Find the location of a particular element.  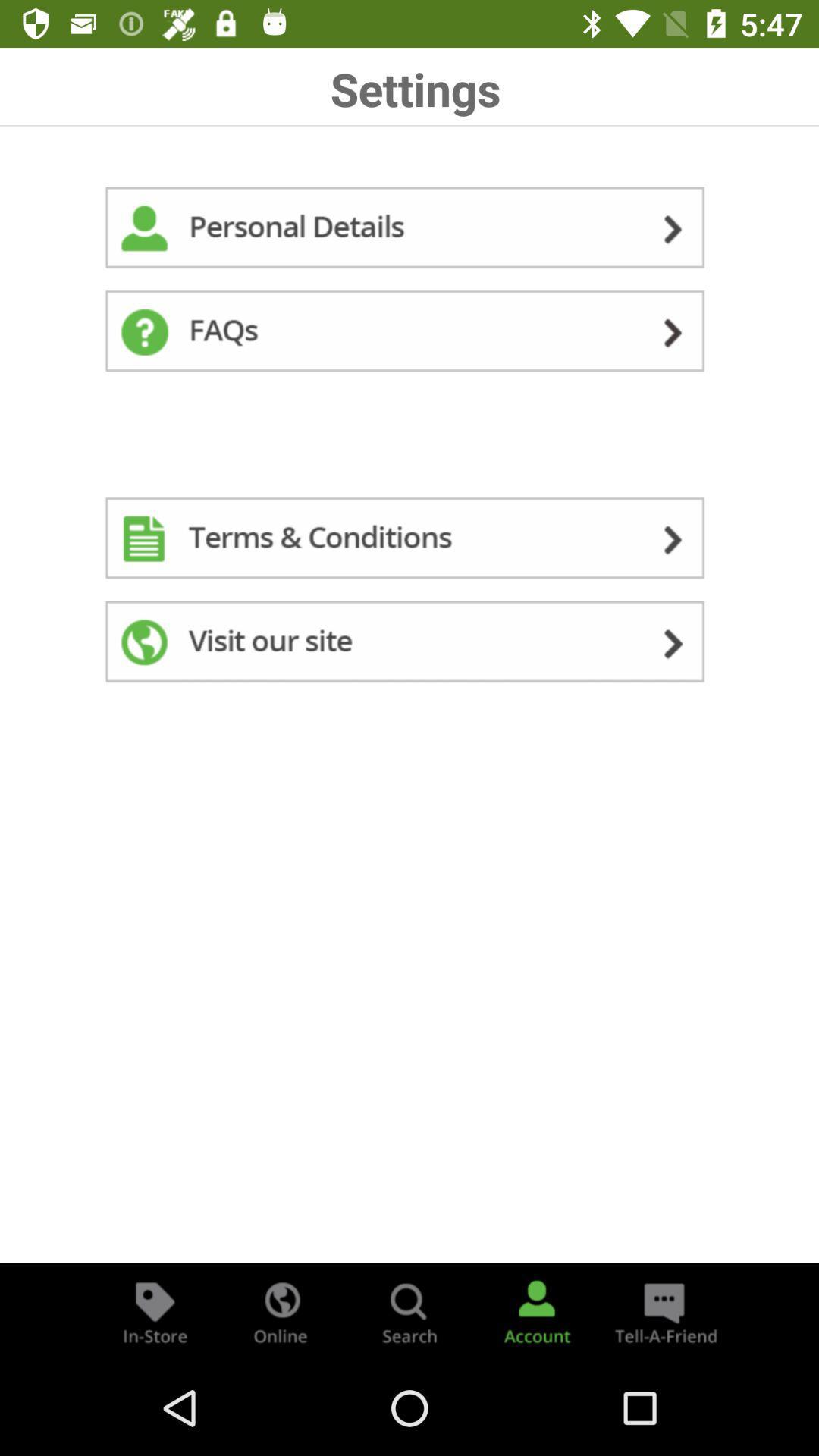

access frequently asked questions is located at coordinates (409, 334).